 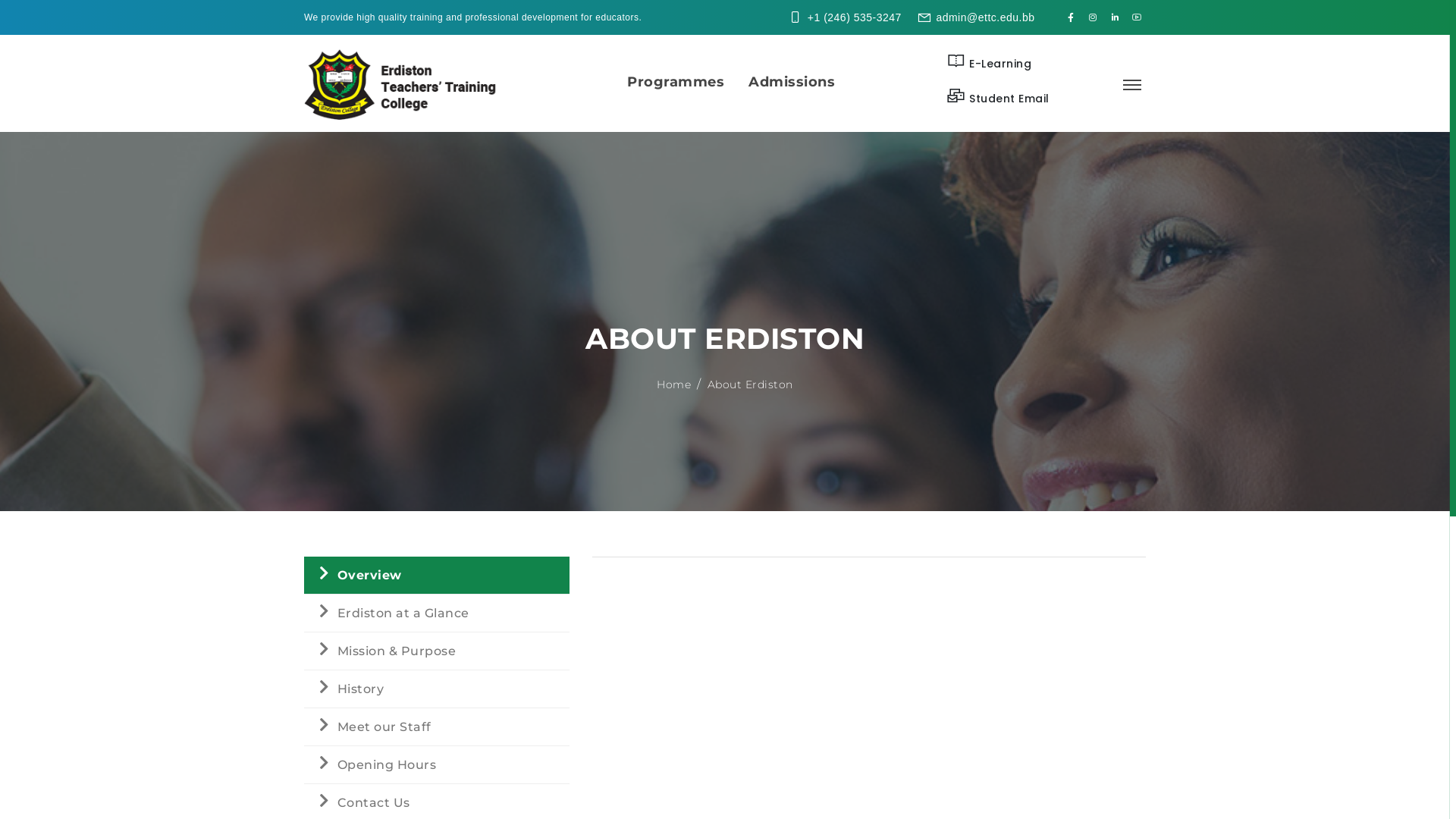 What do you see at coordinates (750, 383) in the screenshot?
I see `'About Erdiston'` at bounding box center [750, 383].